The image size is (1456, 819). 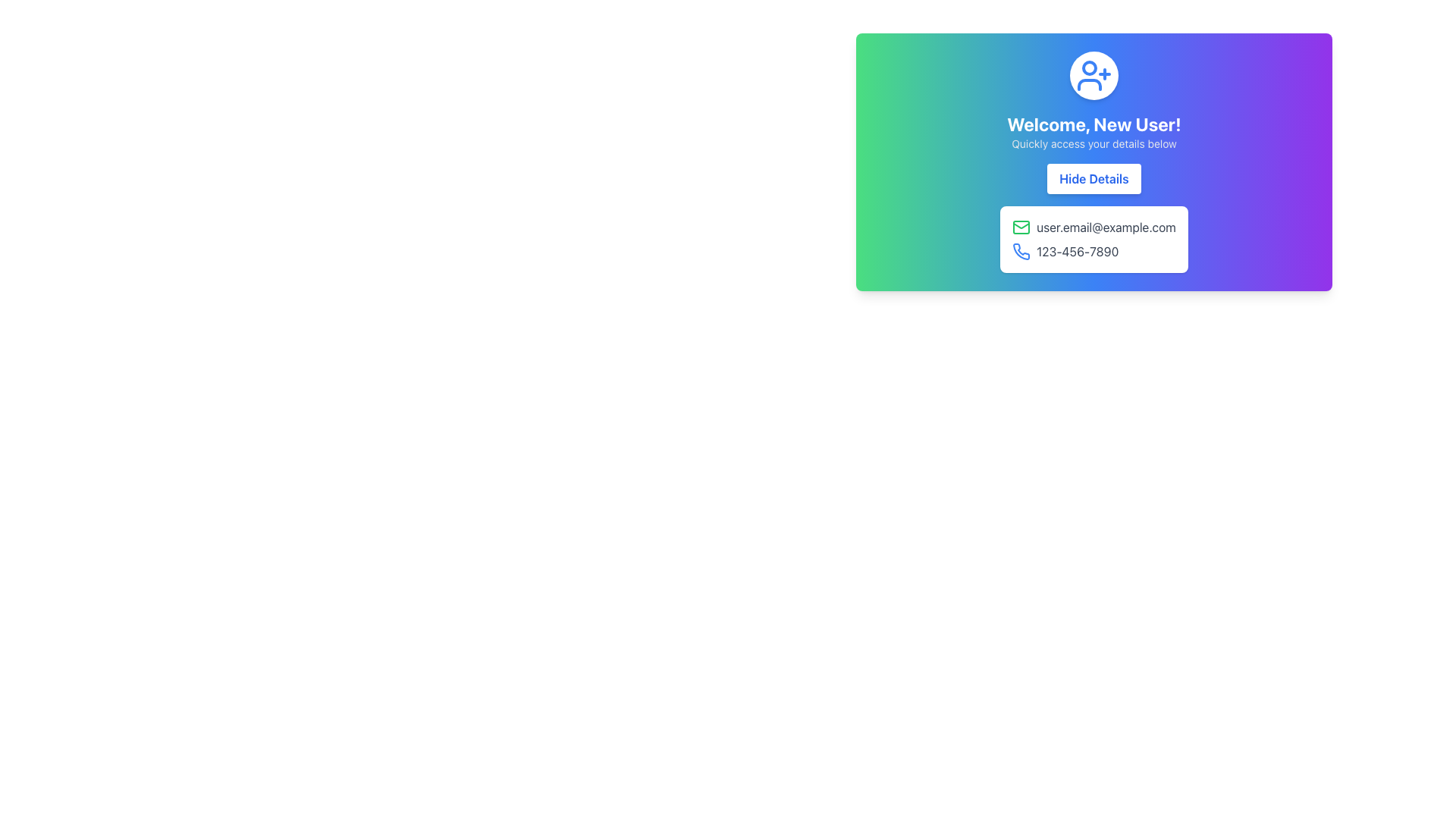 I want to click on the blue phone icon located to the immediate left of the text '123-456-7890', so click(x=1021, y=250).